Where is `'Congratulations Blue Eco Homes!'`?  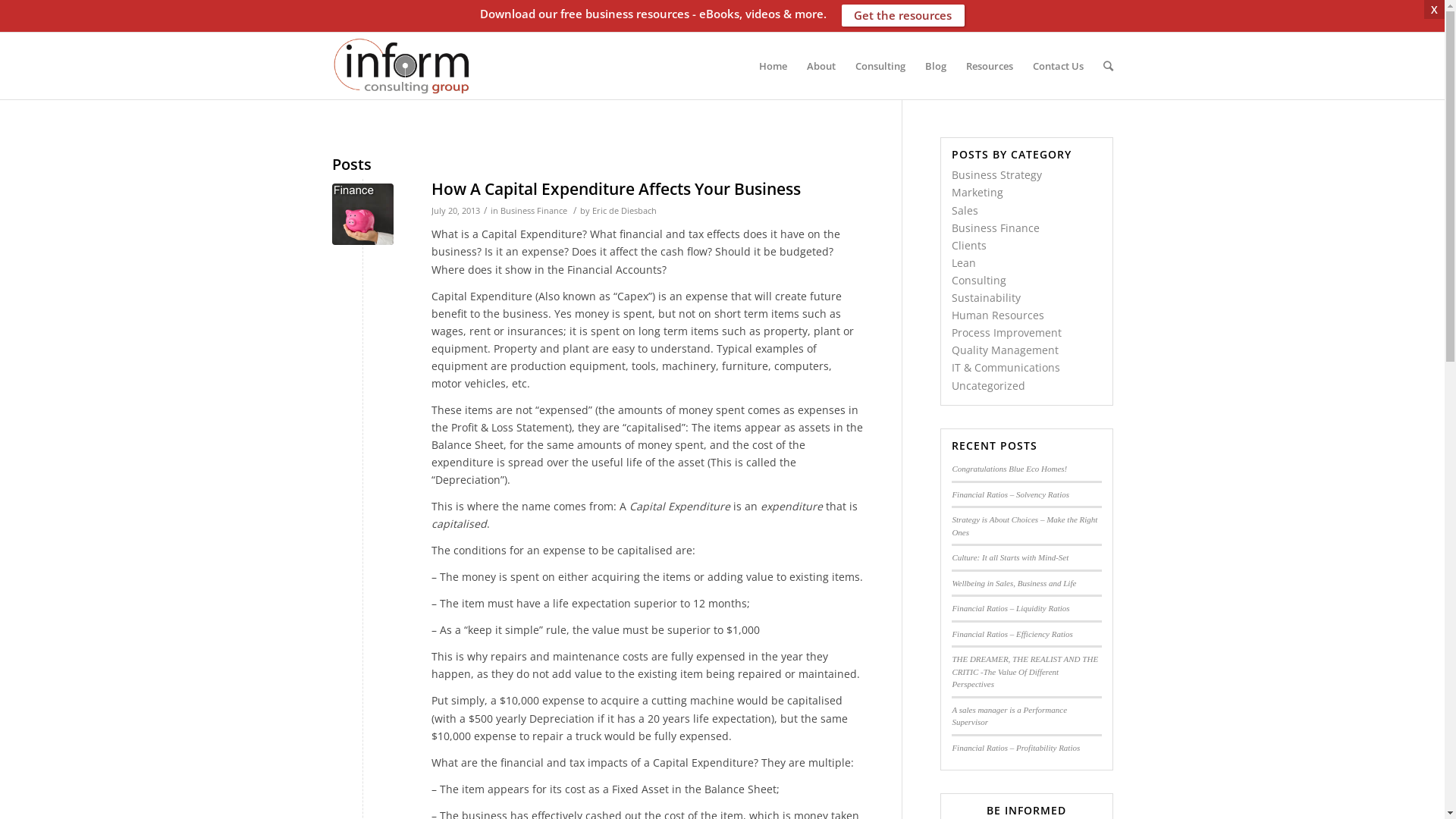 'Congratulations Blue Eco Homes!' is located at coordinates (950, 467).